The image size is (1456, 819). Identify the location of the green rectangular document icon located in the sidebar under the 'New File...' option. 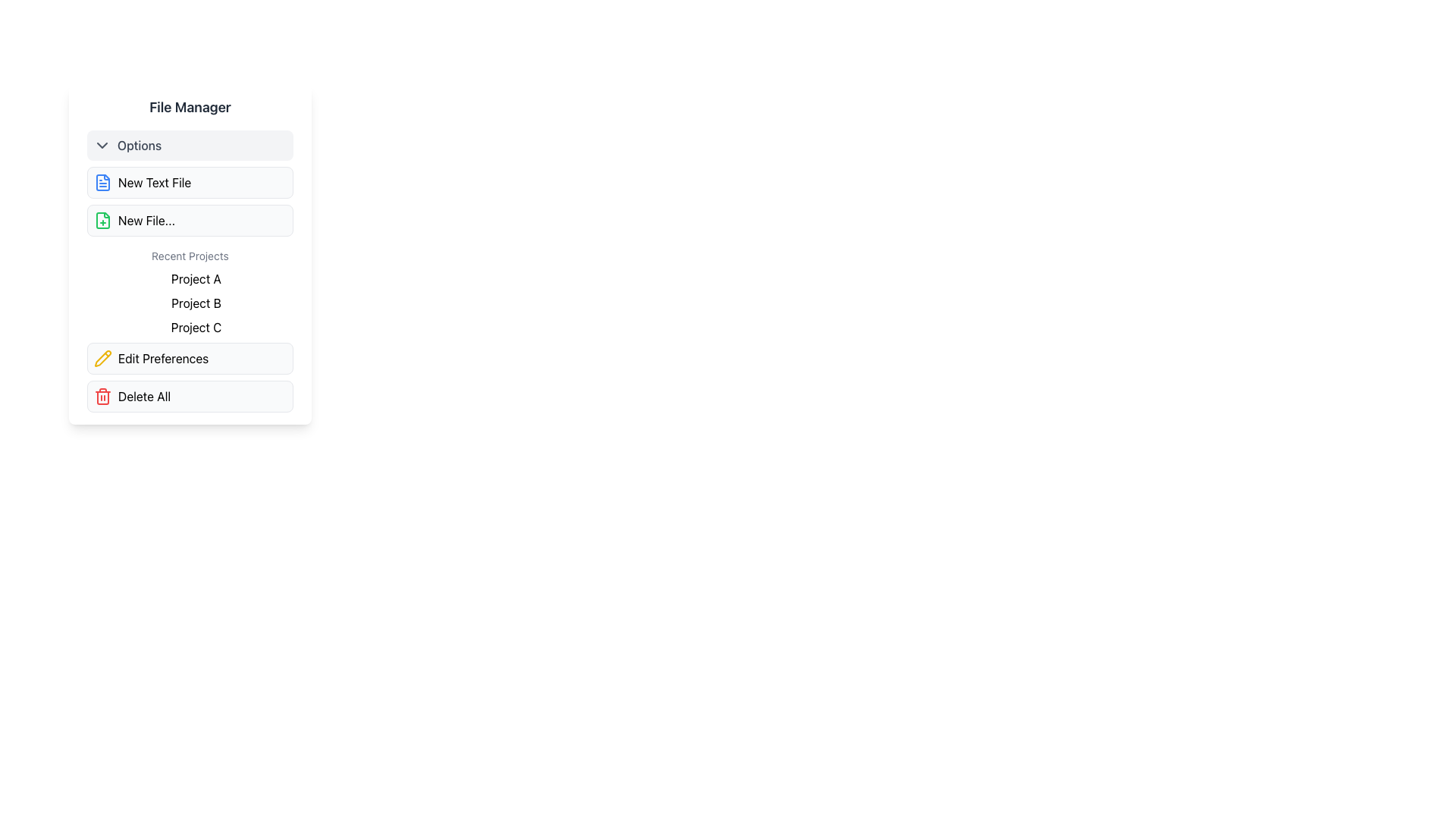
(102, 220).